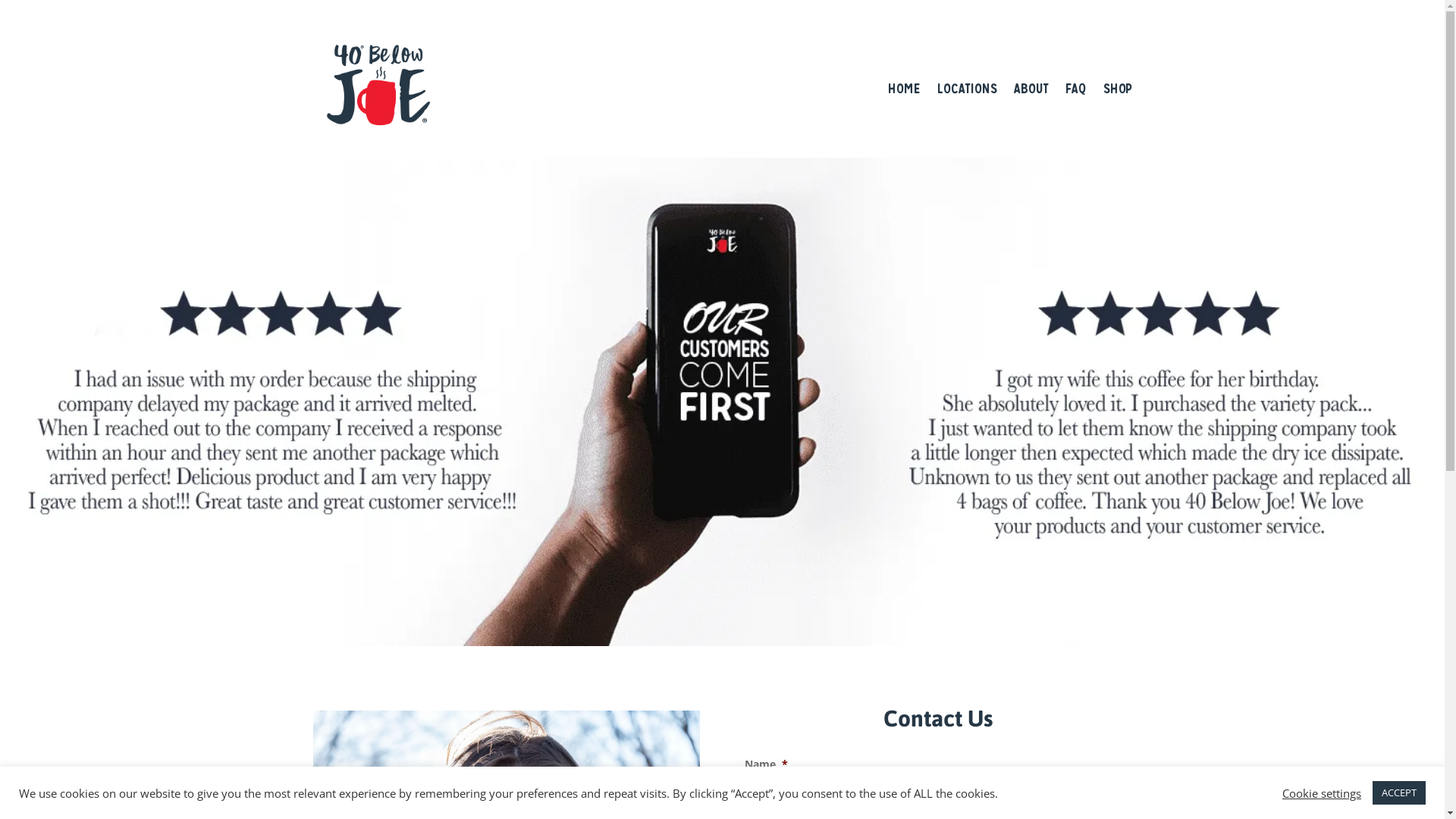  Describe the element at coordinates (1030, 89) in the screenshot. I see `'ABOUT'` at that location.